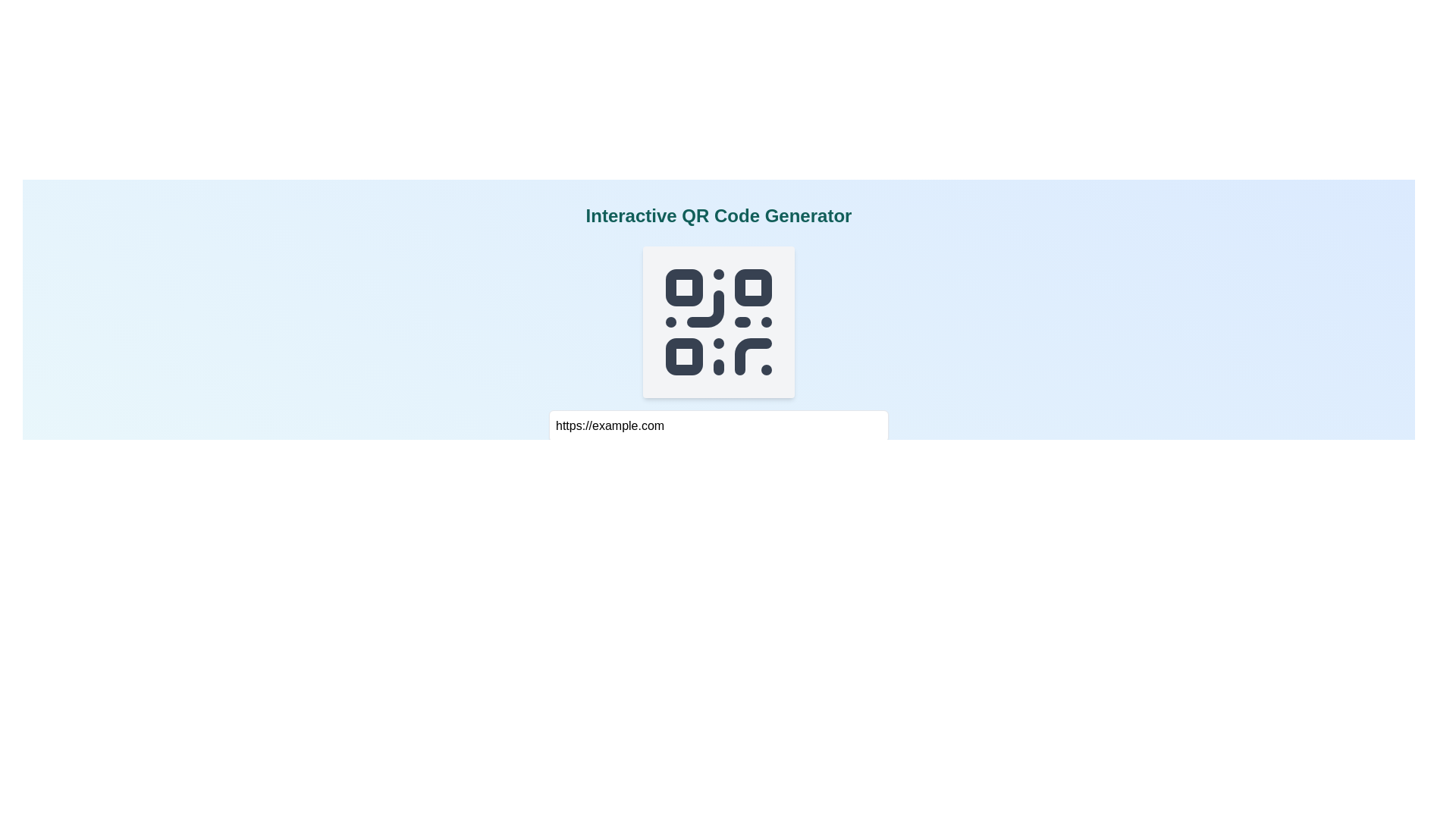 The image size is (1456, 819). What do you see at coordinates (718, 321) in the screenshot?
I see `the centrally positioned QR code icon within the 'Interactive QR Code Generator' section to interact with it` at bounding box center [718, 321].